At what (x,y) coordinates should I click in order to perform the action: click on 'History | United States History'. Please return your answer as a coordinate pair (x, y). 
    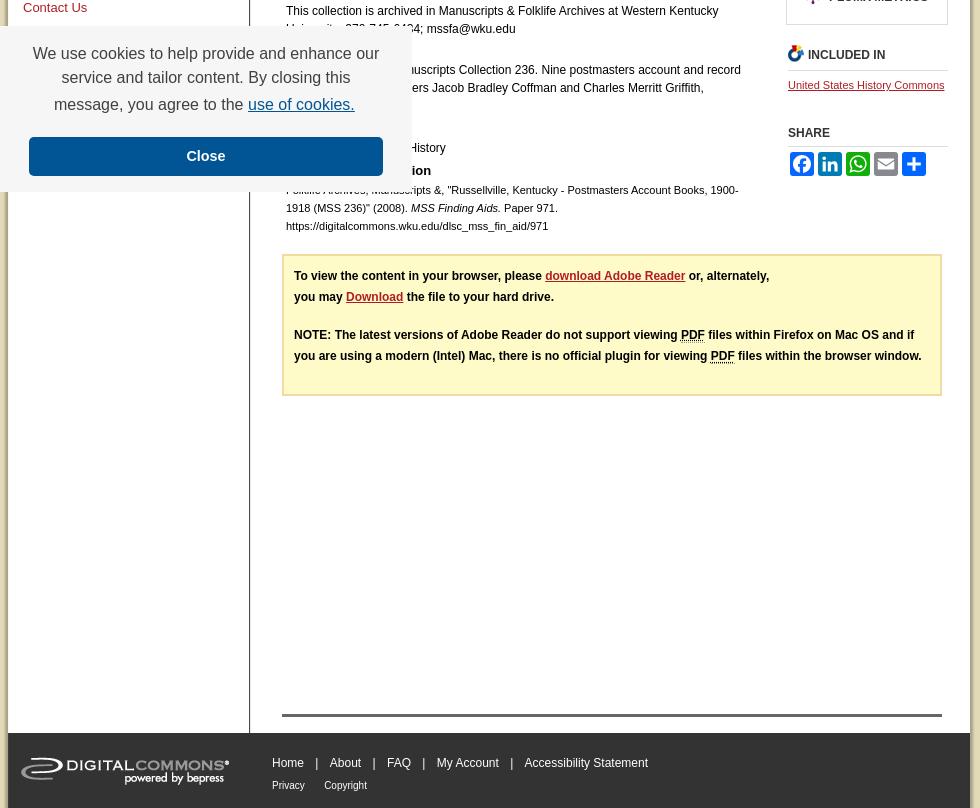
    Looking at the image, I should click on (285, 147).